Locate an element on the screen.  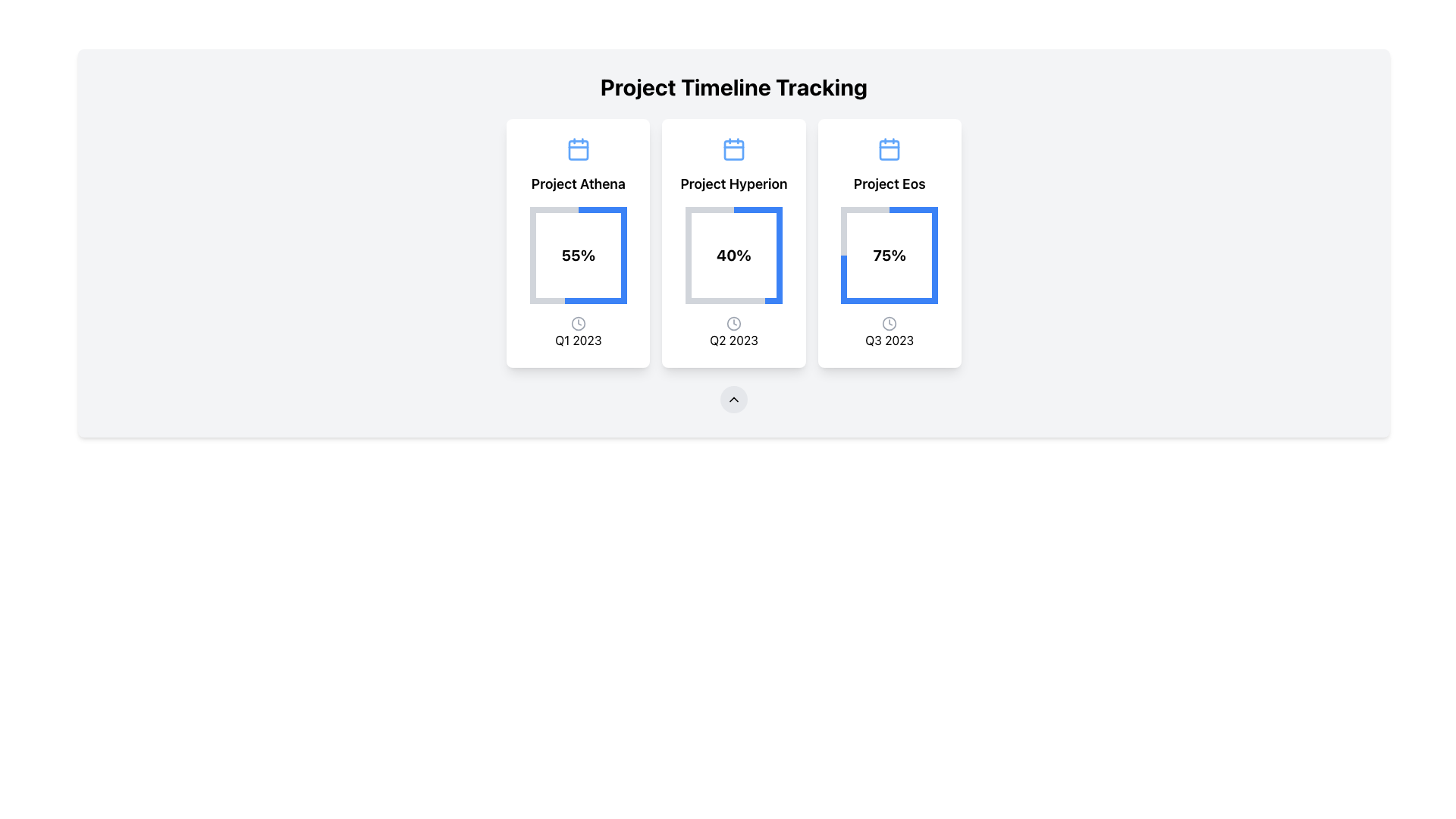
text displayed in the progress percentage label for the project 'Eos', which shows '75%' is located at coordinates (890, 254).